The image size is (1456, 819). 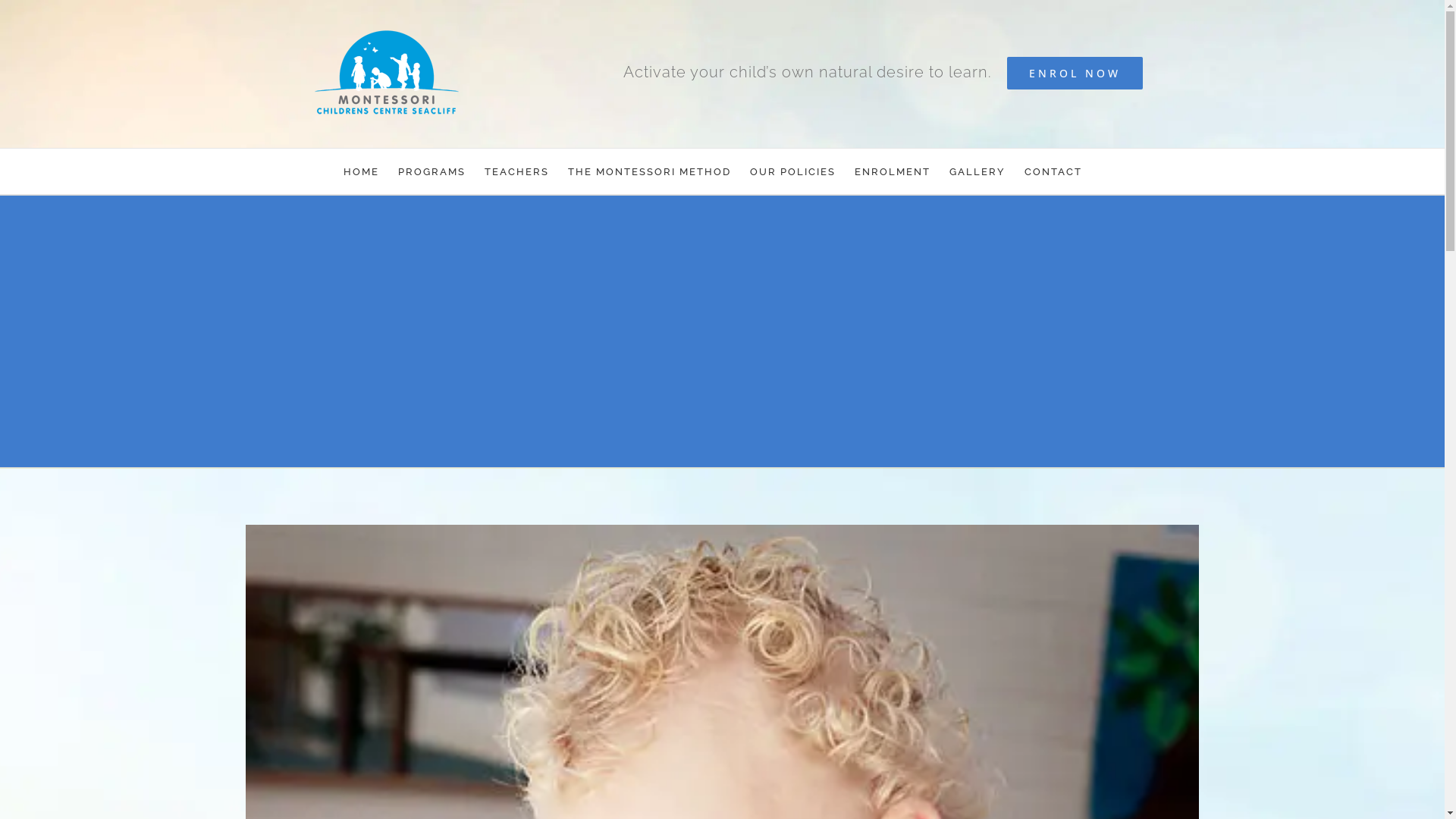 I want to click on 'GALLERY', so click(x=977, y=171).